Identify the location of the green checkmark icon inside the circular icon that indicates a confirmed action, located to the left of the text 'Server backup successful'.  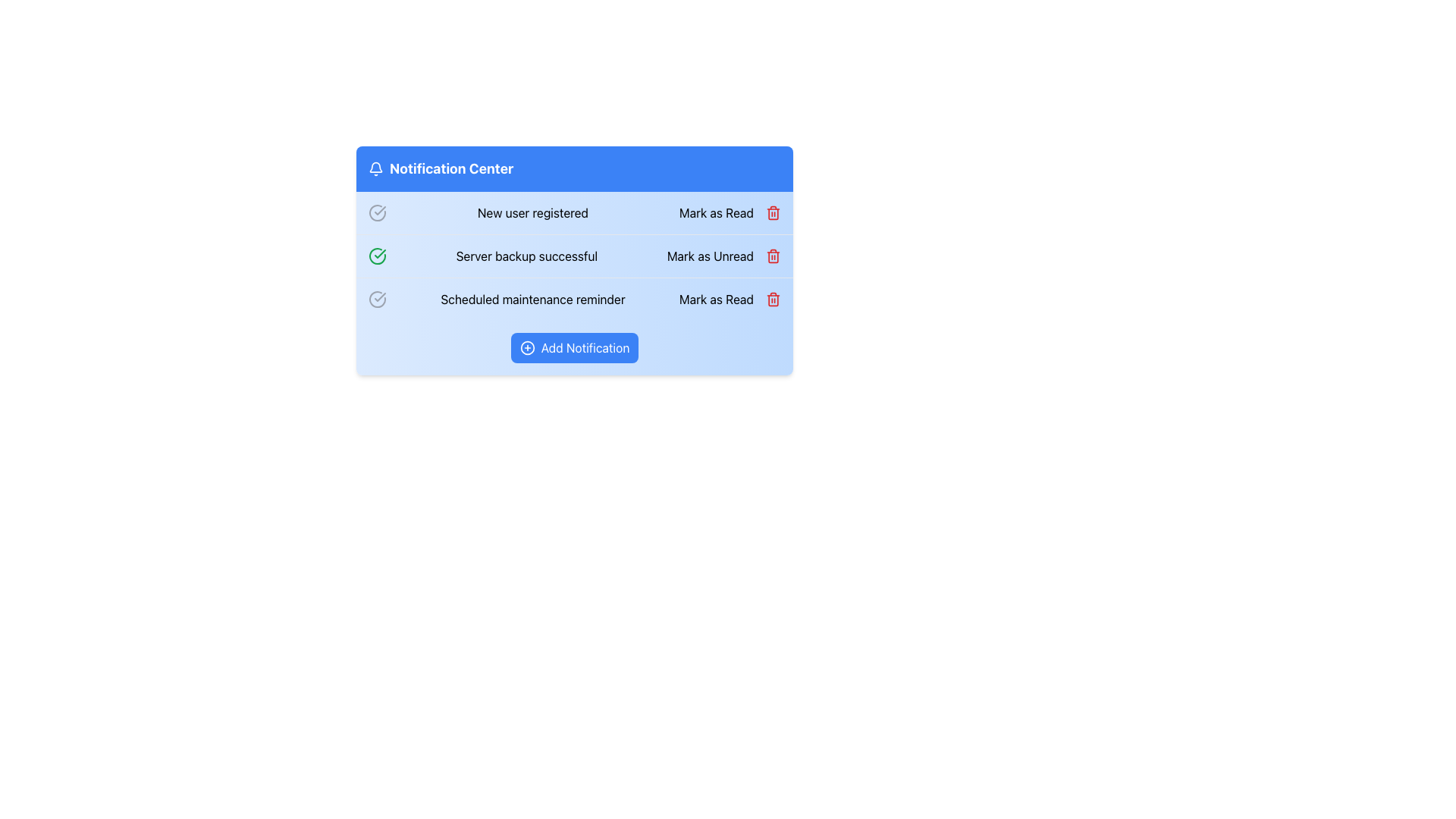
(380, 253).